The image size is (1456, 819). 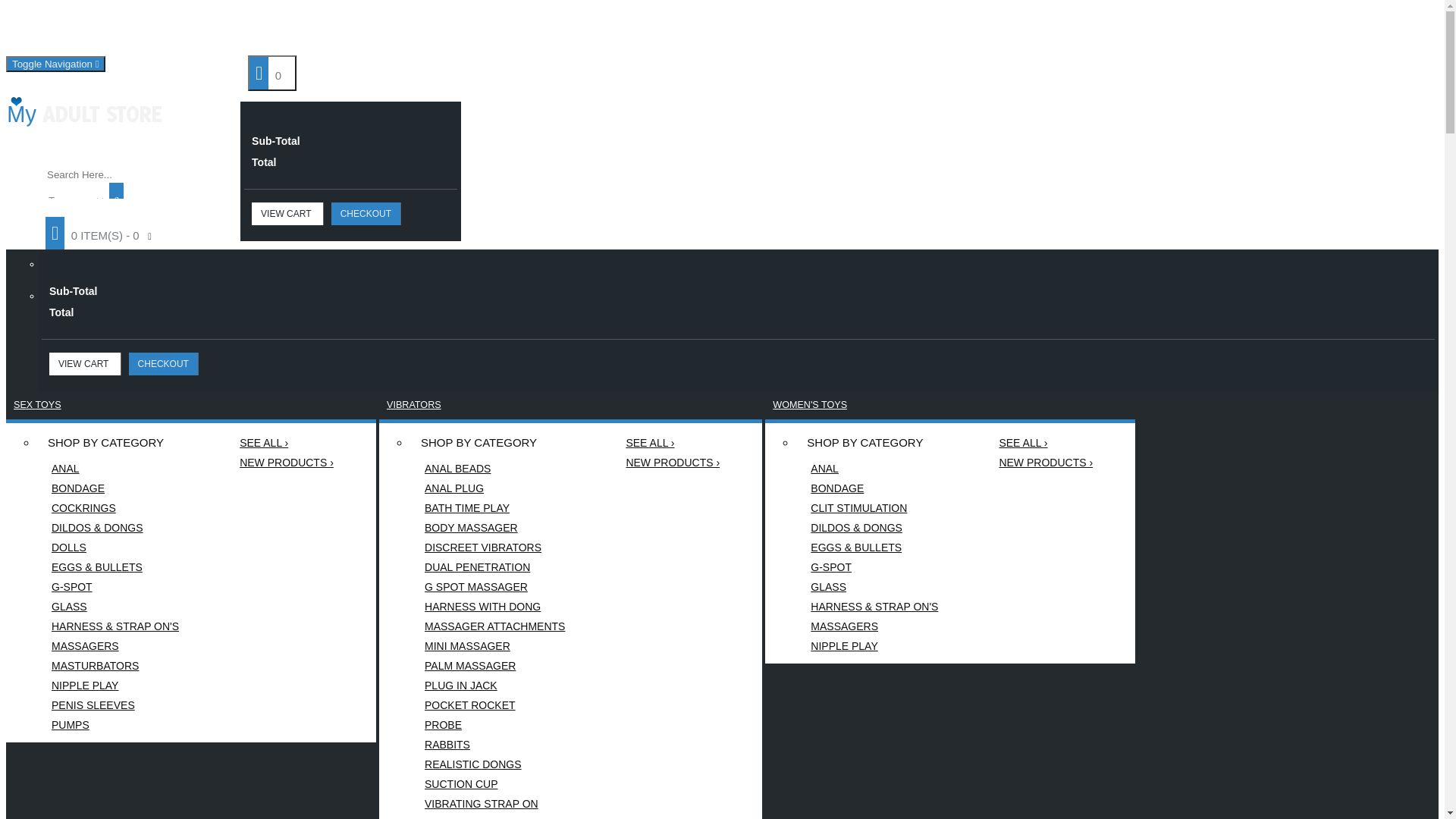 I want to click on 'PLUG IN JACK', so click(x=409, y=685).